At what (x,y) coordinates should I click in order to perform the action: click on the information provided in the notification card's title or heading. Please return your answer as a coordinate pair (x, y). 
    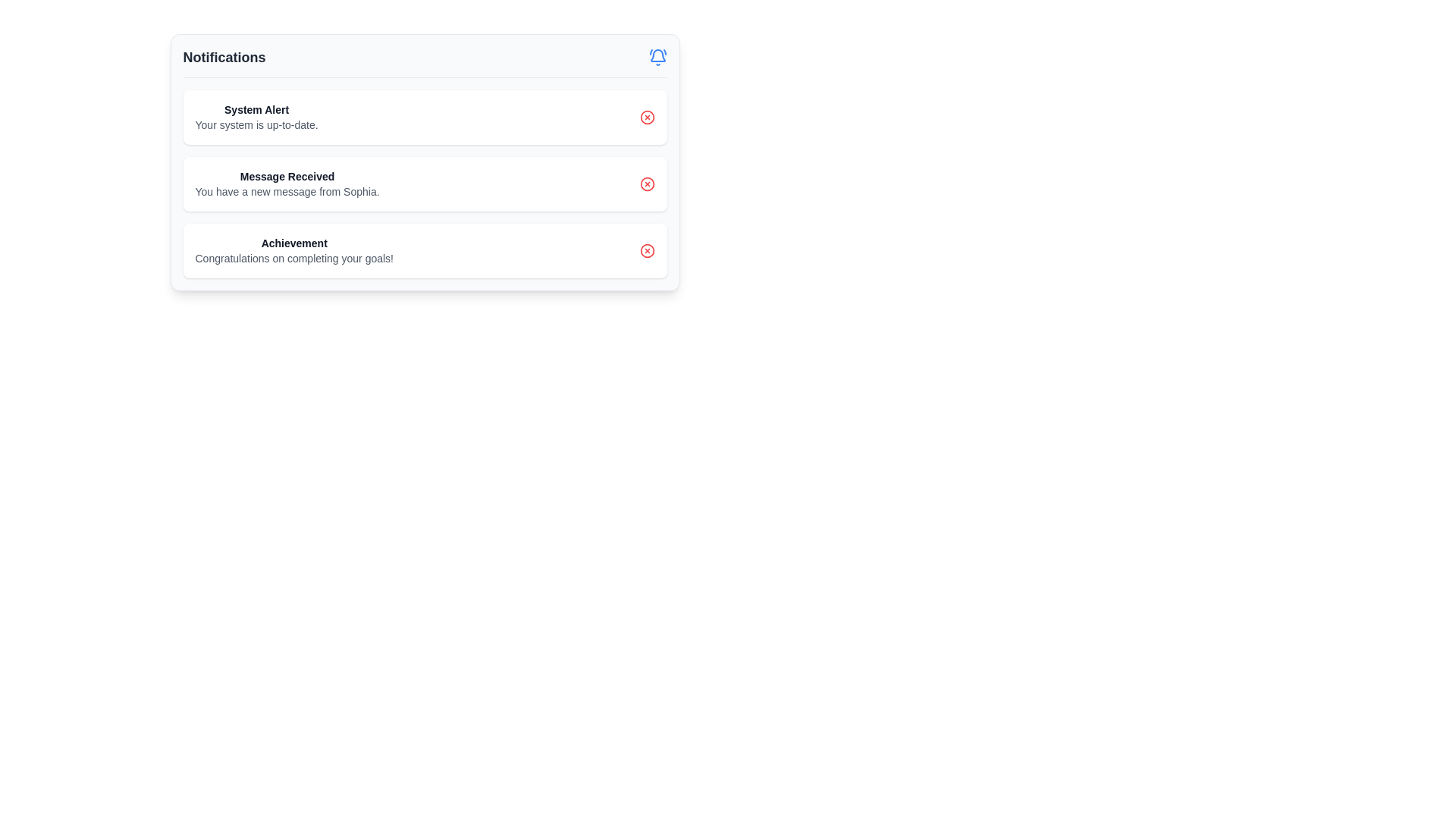
    Looking at the image, I should click on (256, 109).